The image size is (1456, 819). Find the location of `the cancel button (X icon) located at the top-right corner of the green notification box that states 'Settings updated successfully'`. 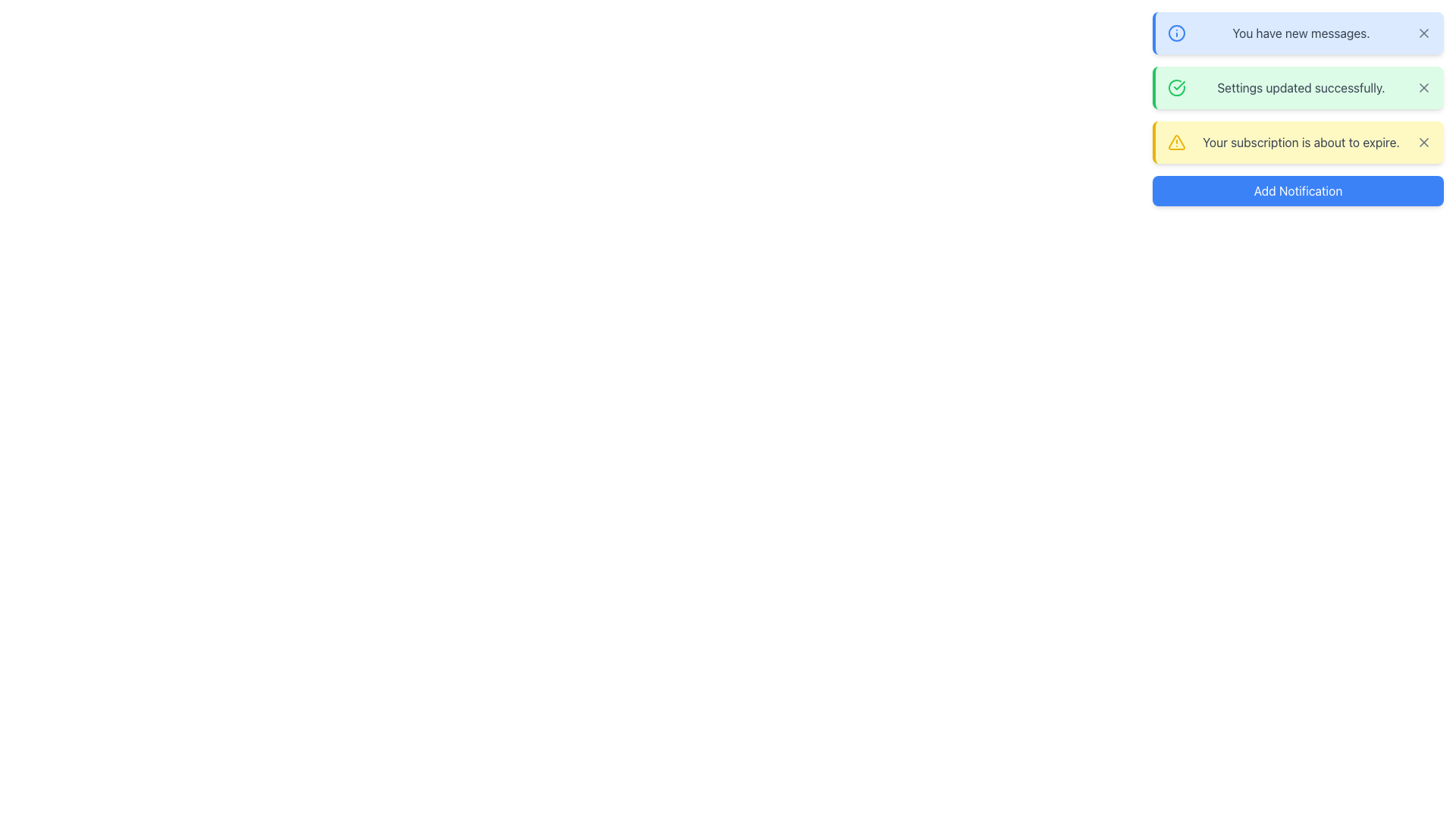

the cancel button (X icon) located at the top-right corner of the green notification box that states 'Settings updated successfully' is located at coordinates (1423, 87).